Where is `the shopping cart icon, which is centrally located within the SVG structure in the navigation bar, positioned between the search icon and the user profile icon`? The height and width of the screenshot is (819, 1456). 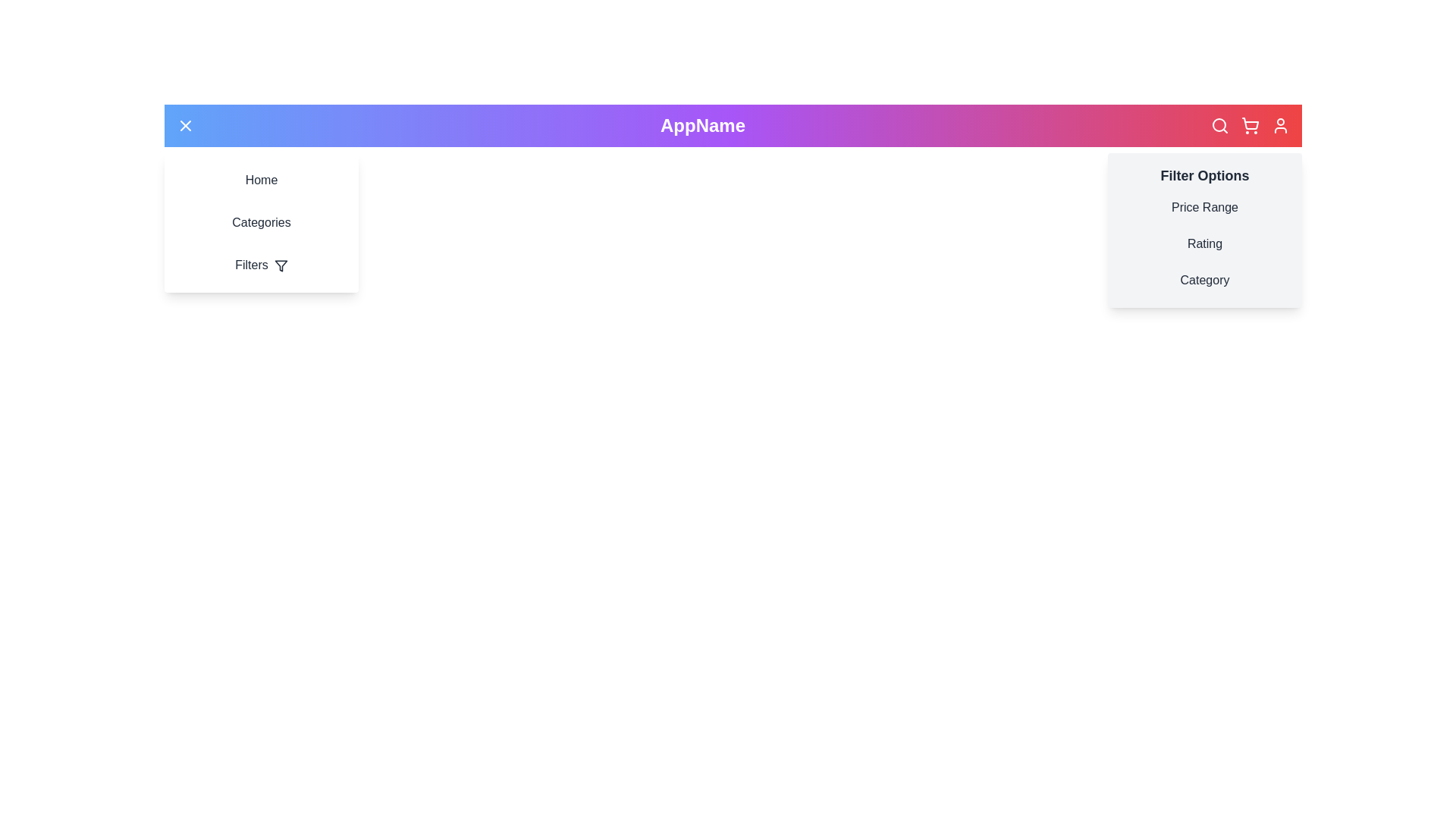
the shopping cart icon, which is centrally located within the SVG structure in the navigation bar, positioned between the search icon and the user profile icon is located at coordinates (1250, 123).